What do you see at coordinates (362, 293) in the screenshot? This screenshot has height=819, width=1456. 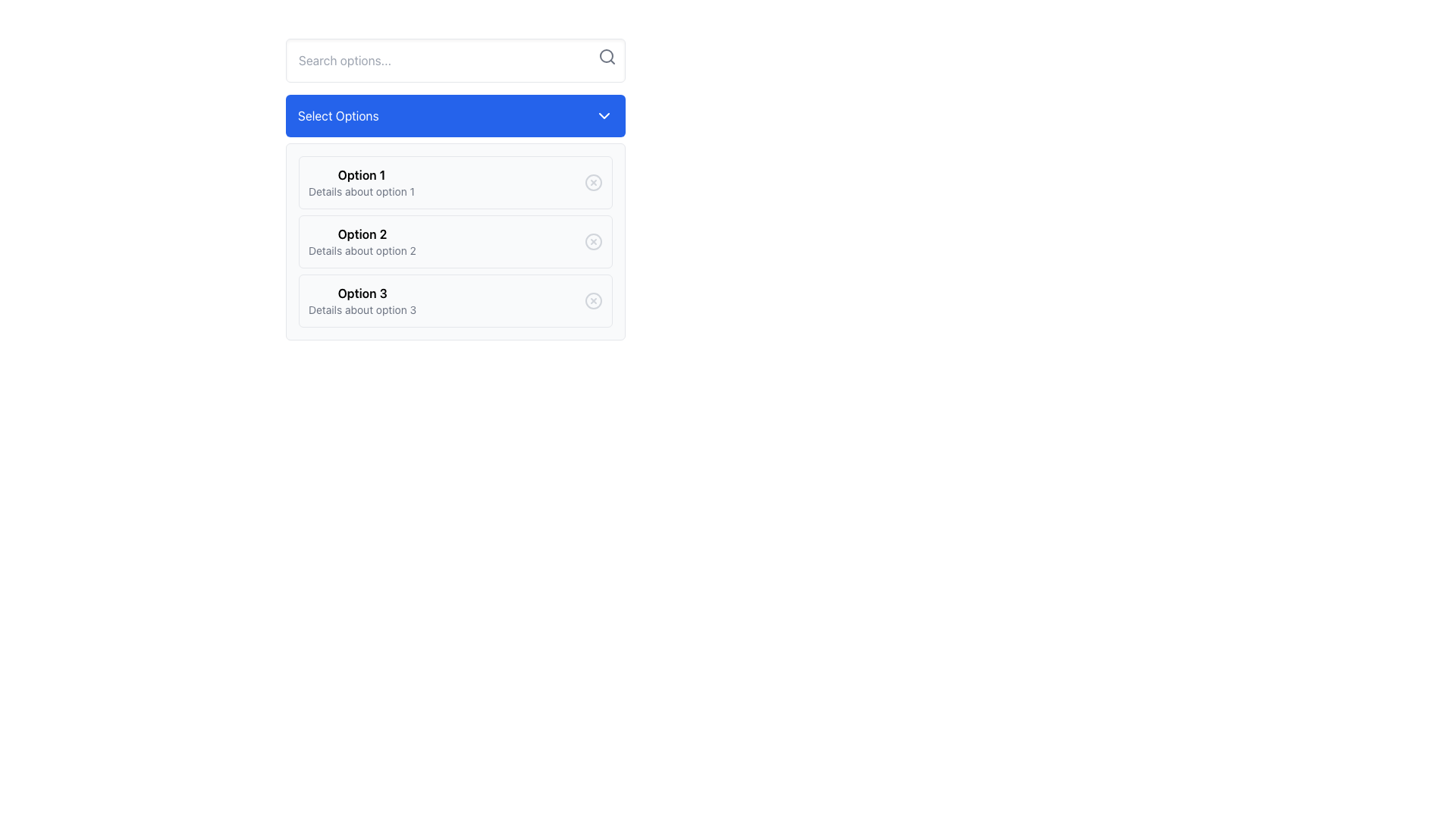 I see `the text label for the third option in the selection list, which serves as its title and is located below the dropdown titled 'Select Options'` at bounding box center [362, 293].